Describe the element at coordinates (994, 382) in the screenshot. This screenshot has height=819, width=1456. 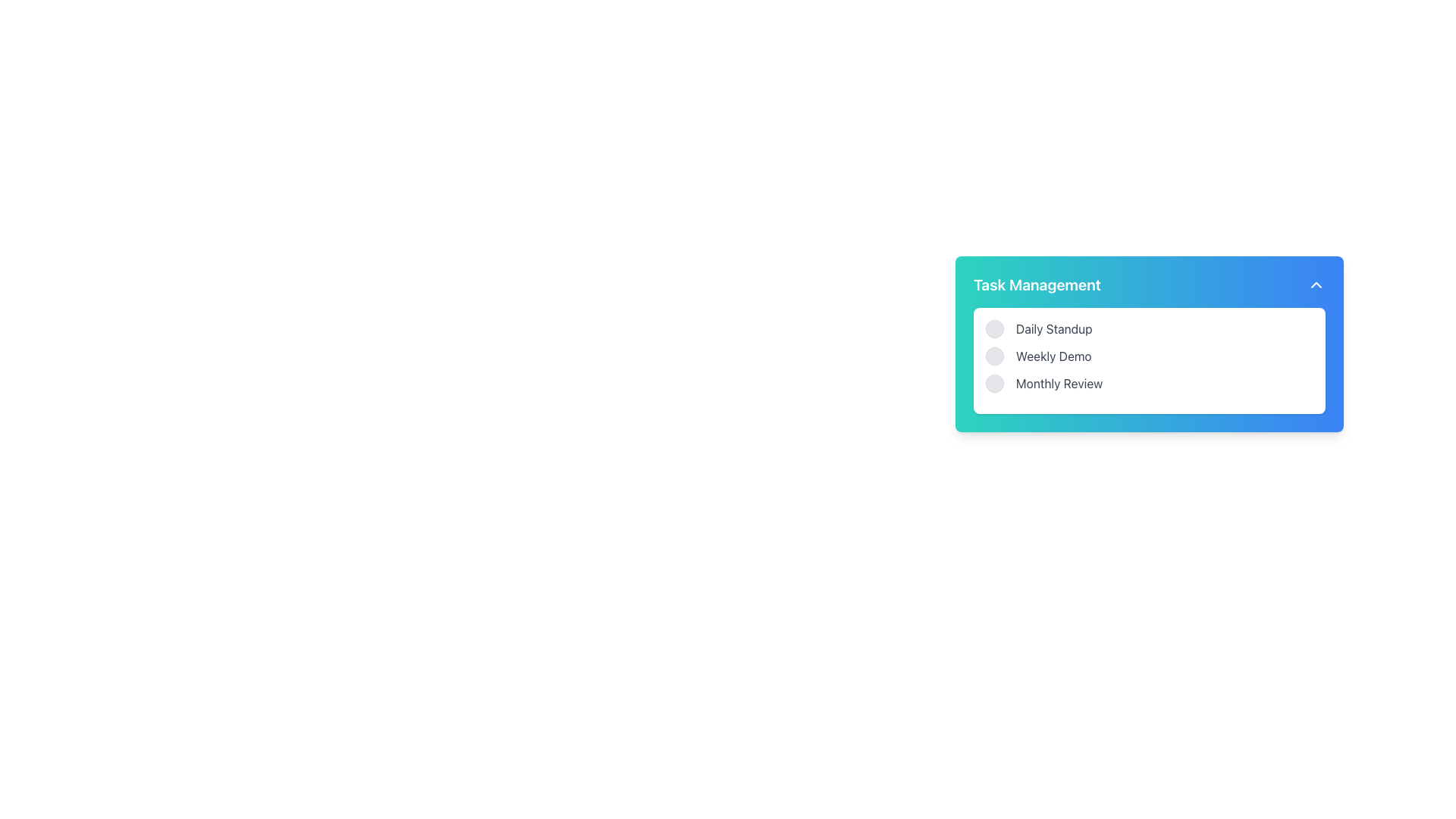
I see `the radio button` at that location.